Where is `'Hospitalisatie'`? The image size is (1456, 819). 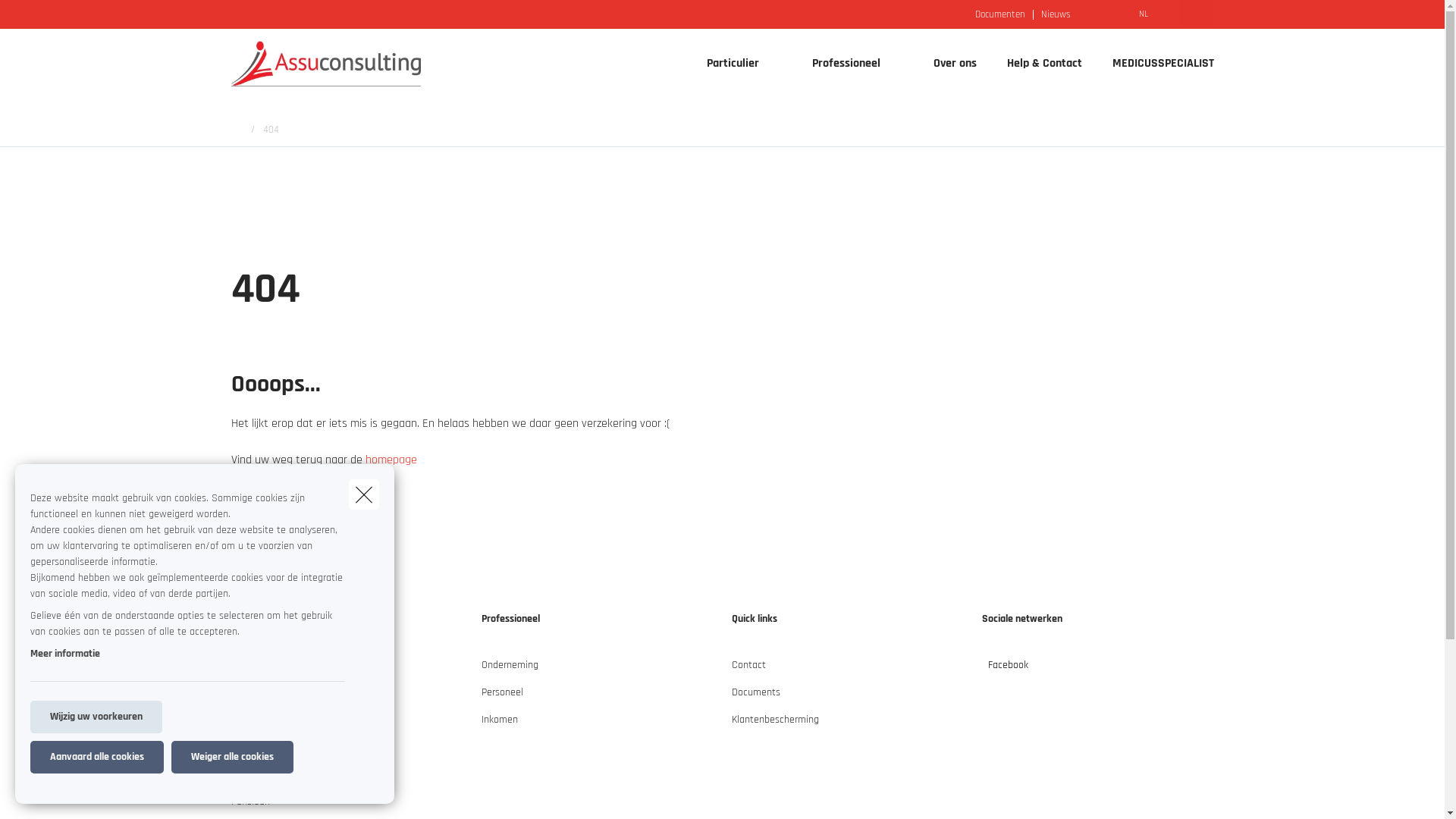
'Hospitalisatie' is located at coordinates (259, 752).